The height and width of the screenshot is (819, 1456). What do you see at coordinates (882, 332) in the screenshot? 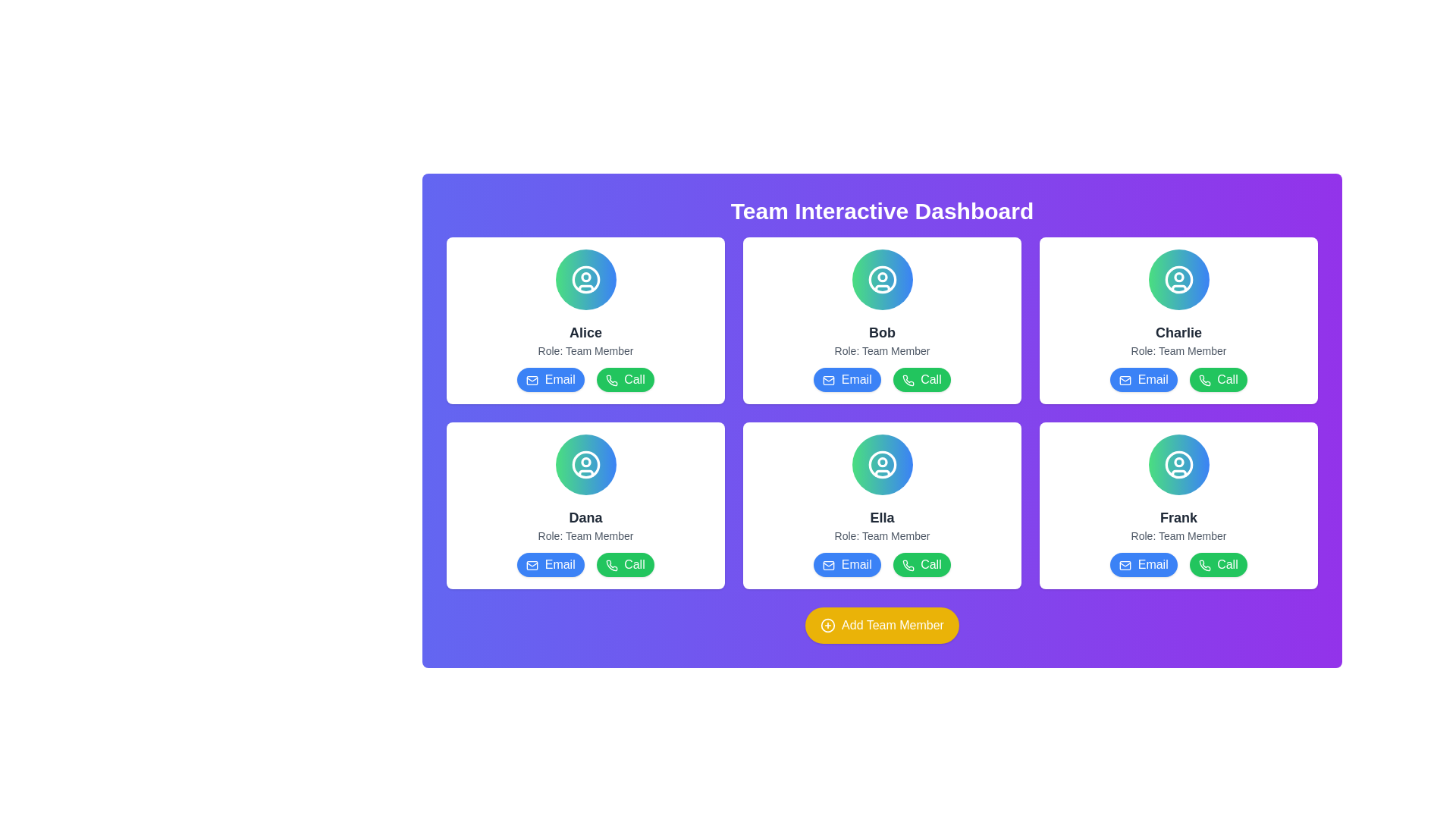
I see `static text that serves as the name identifier for the individual represented by the second card from the left in the top row of the grid layout, located directly underneath a rounded profile icon` at bounding box center [882, 332].